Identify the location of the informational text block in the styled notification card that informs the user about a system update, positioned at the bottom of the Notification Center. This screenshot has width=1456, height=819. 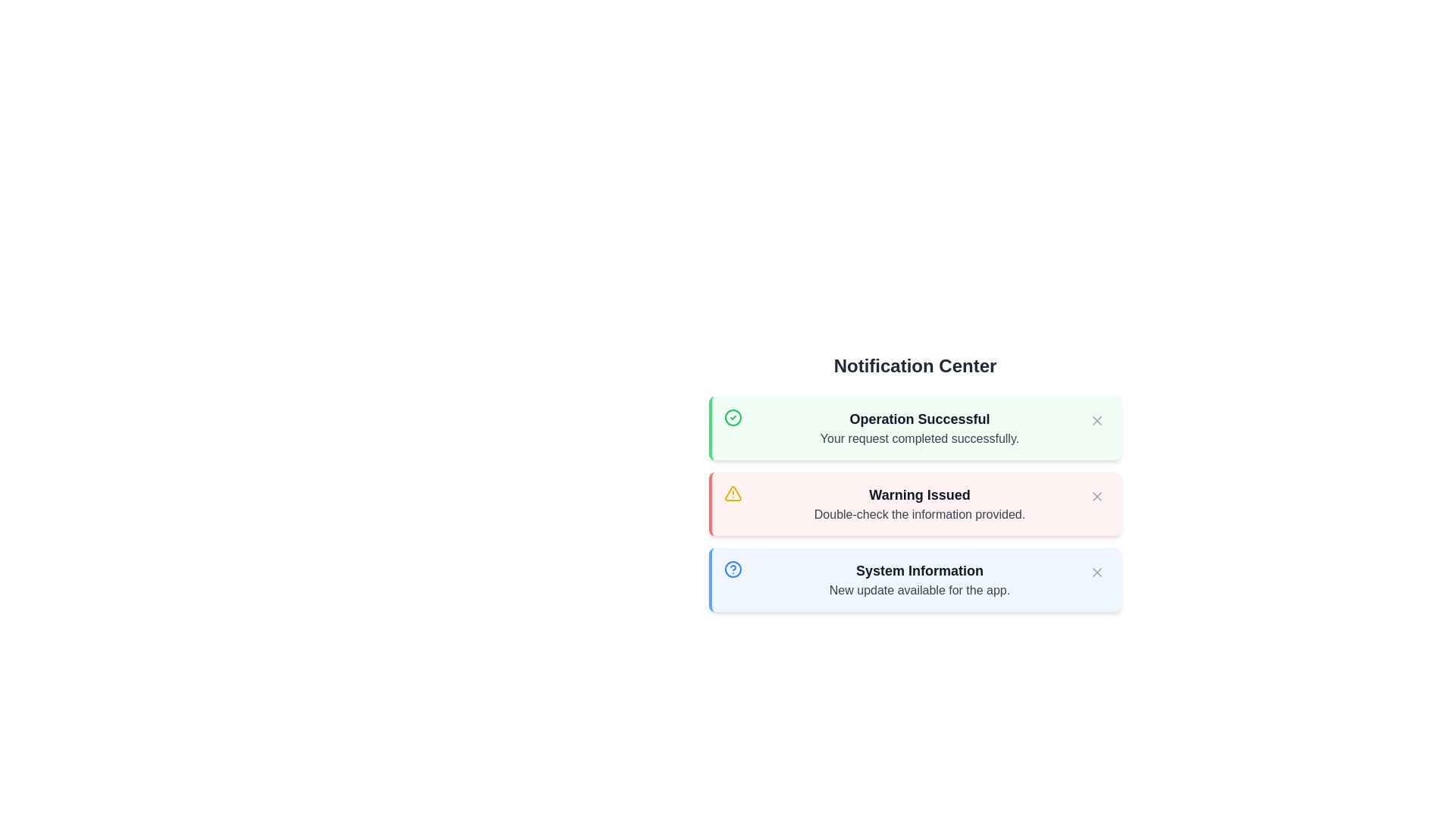
(919, 579).